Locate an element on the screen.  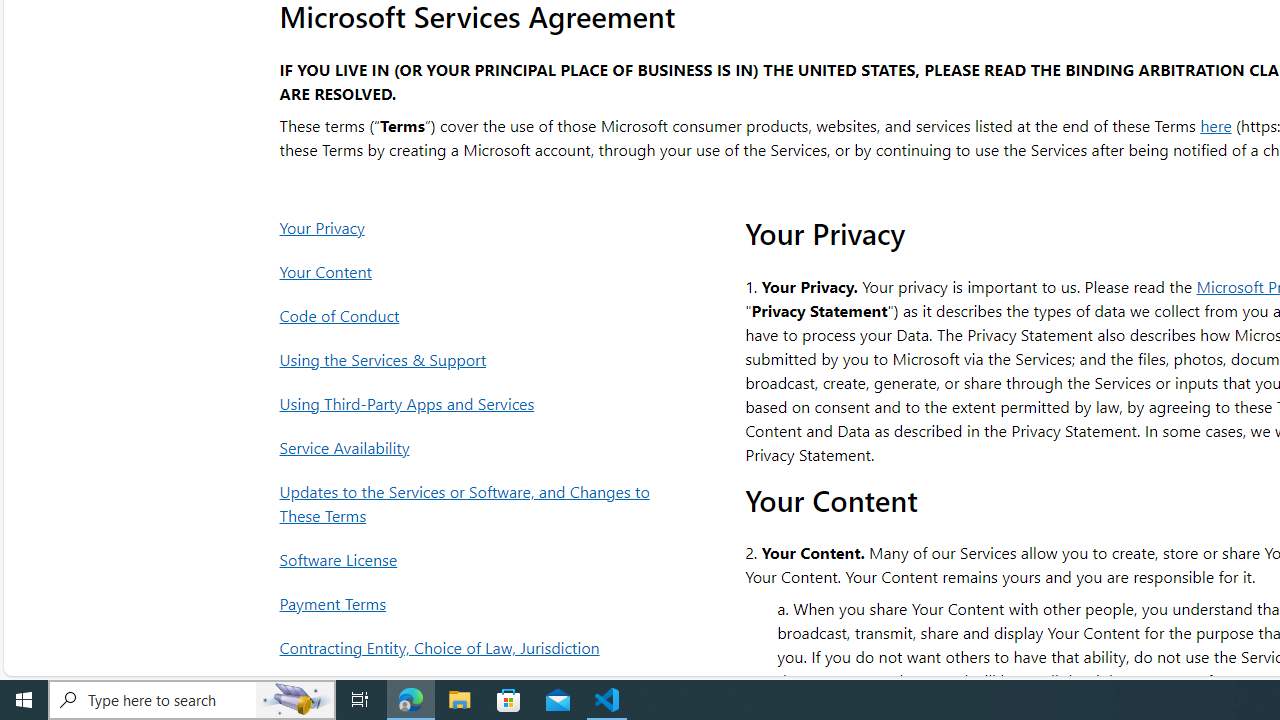
'Contracting Entity, Choice of Law, Jurisdiction' is located at coordinates (469, 647).